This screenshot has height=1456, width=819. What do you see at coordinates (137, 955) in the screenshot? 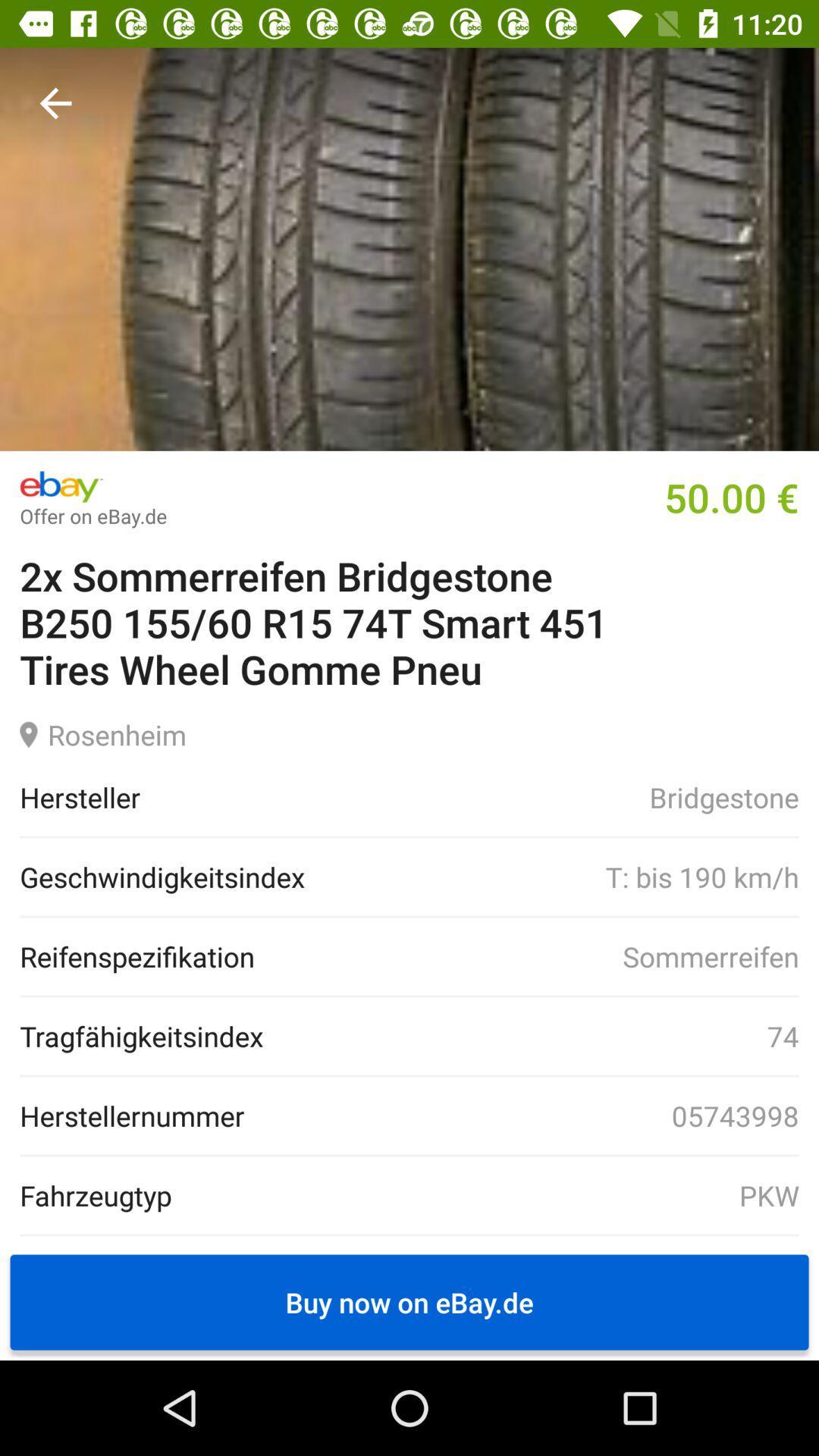
I see `the icon next to the sommerreifen` at bounding box center [137, 955].